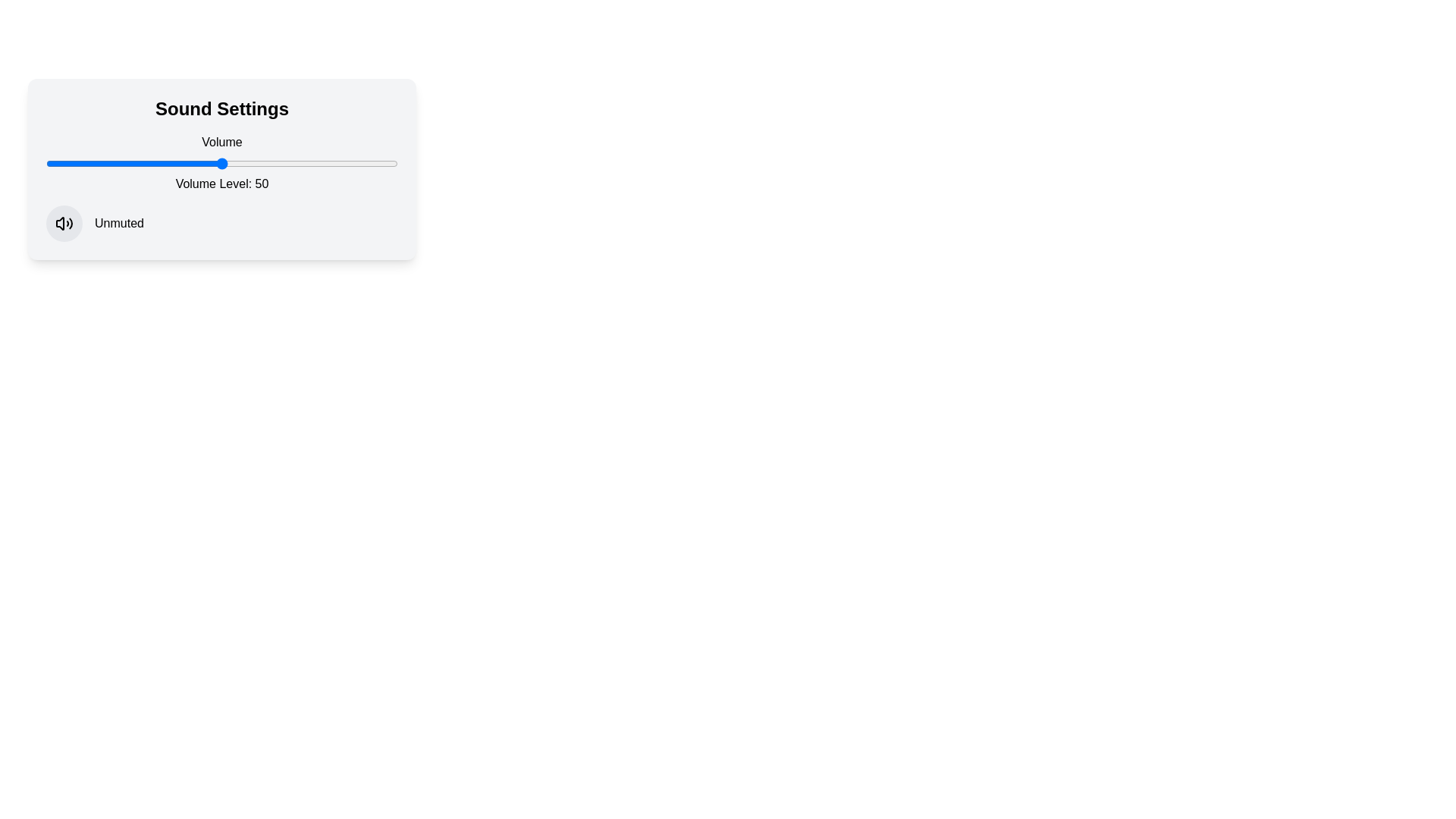 The width and height of the screenshot is (1456, 819). I want to click on the sound volume icon, so click(64, 223).